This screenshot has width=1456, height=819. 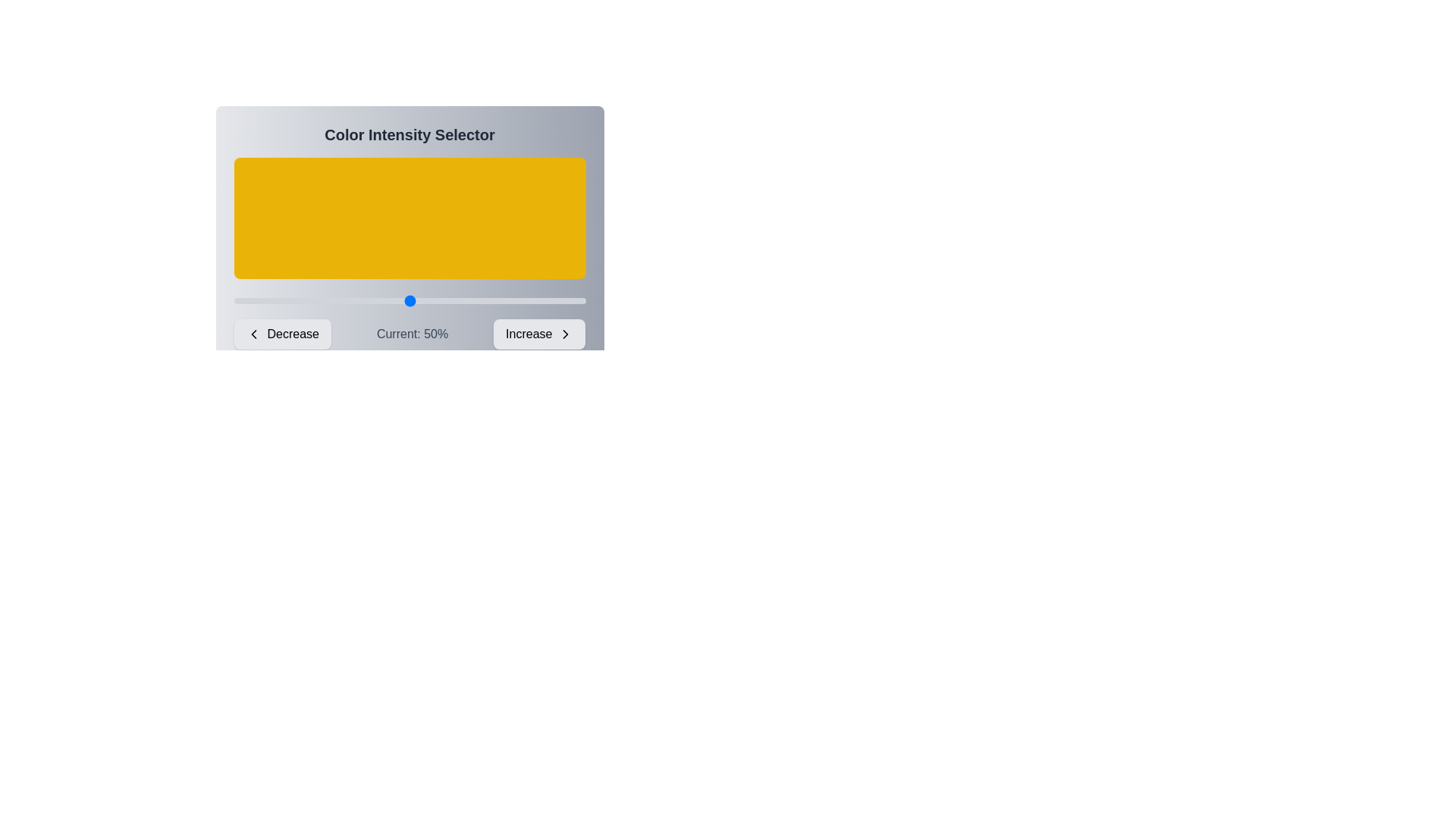 I want to click on color intensity, so click(x=388, y=301).